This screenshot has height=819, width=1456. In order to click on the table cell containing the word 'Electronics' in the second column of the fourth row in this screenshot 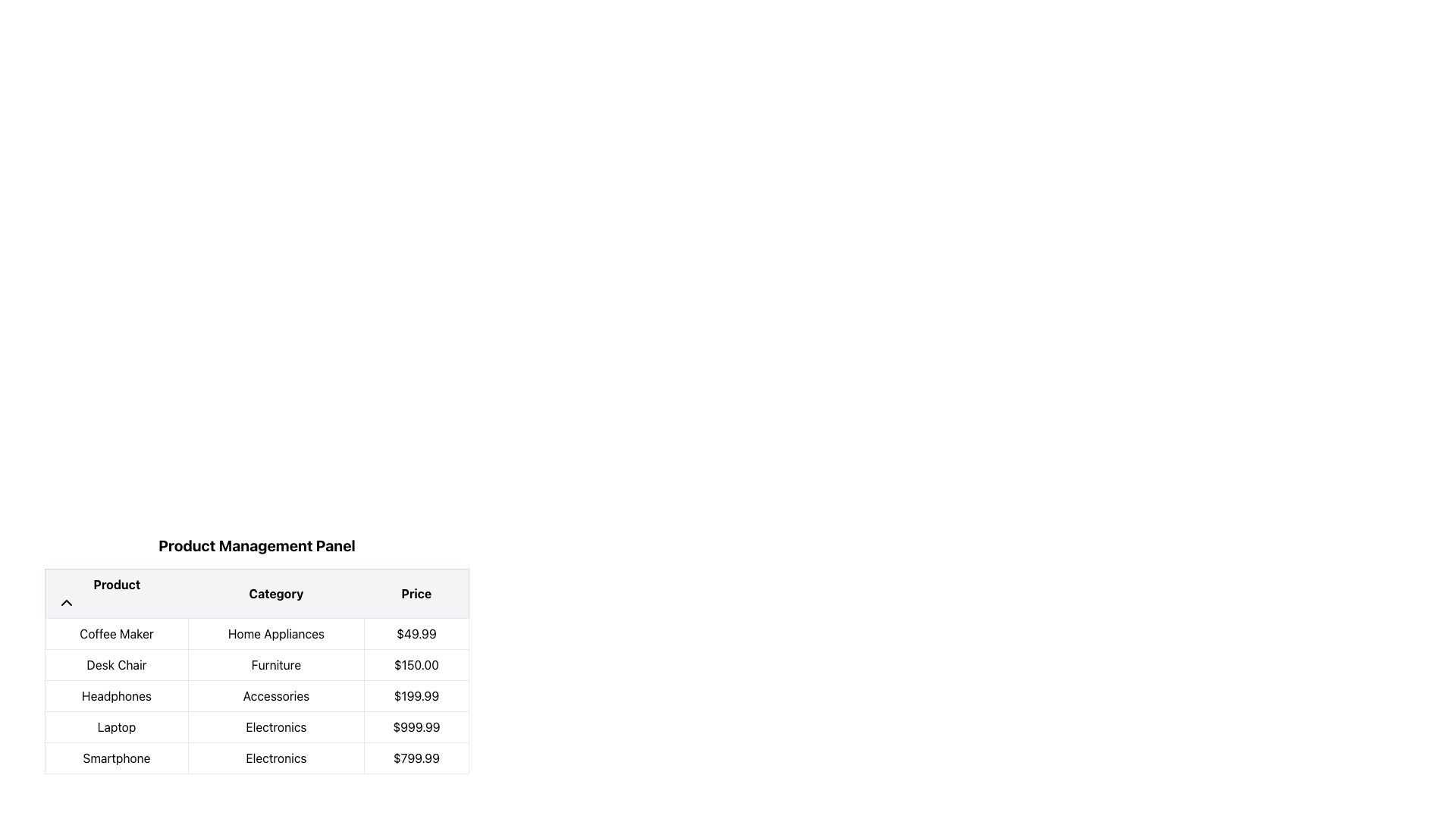, I will do `click(276, 726)`.